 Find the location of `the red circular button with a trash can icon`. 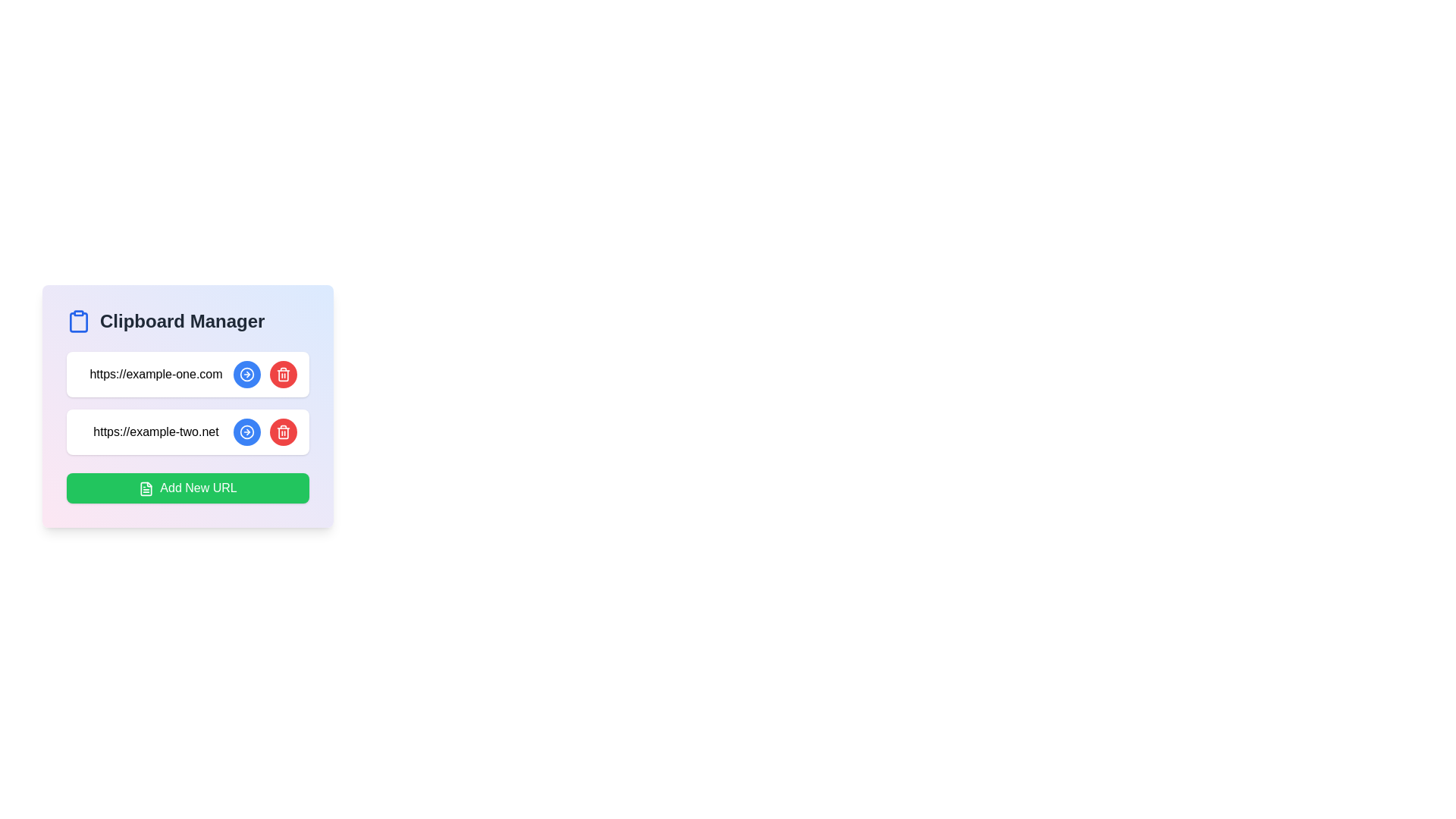

the red circular button with a trash can icon is located at coordinates (284, 432).